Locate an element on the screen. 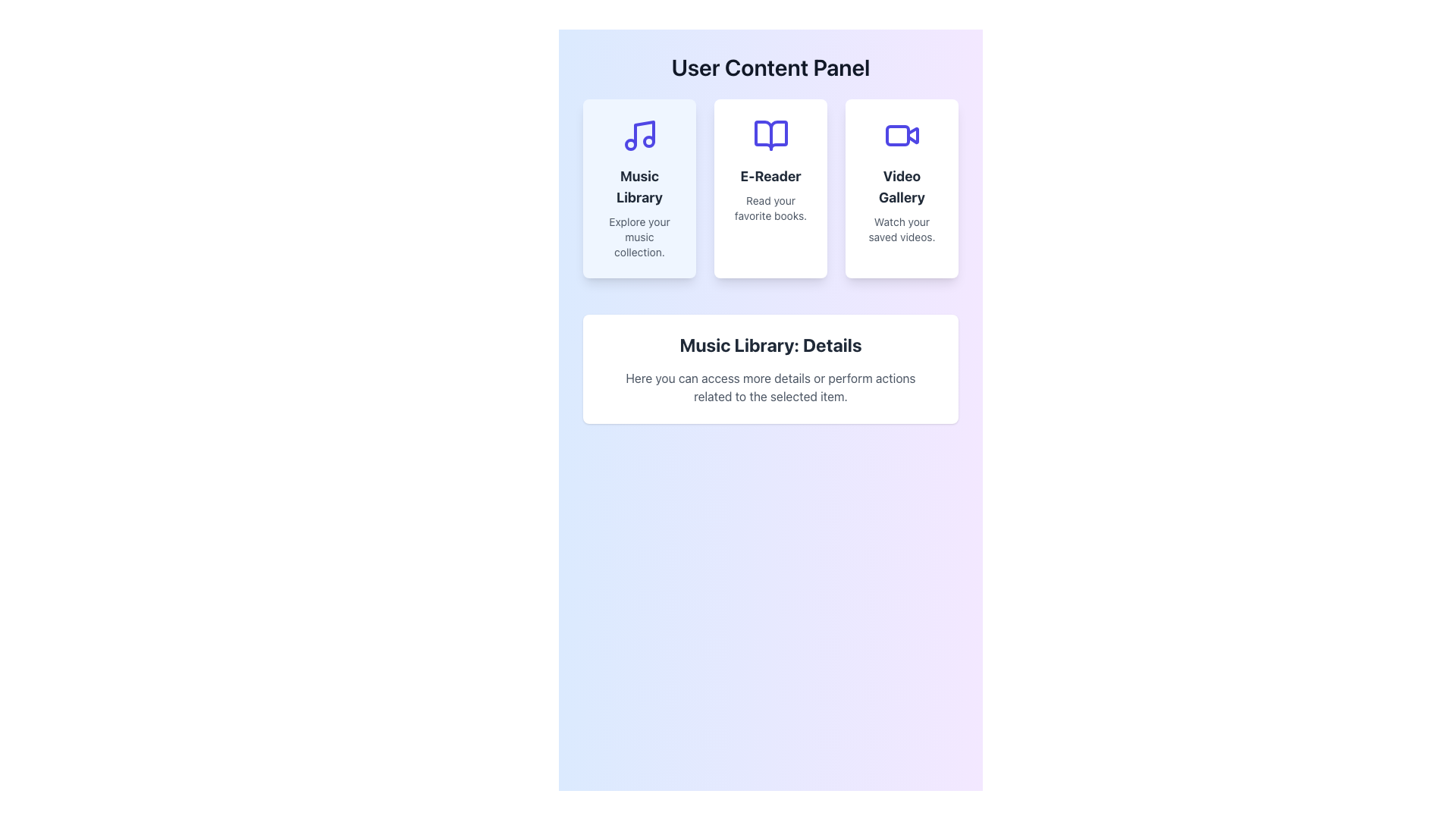  the 'User Content Panel' text label which is styled with a large and bold font, located at the top of the interface above the interactive cards is located at coordinates (770, 66).